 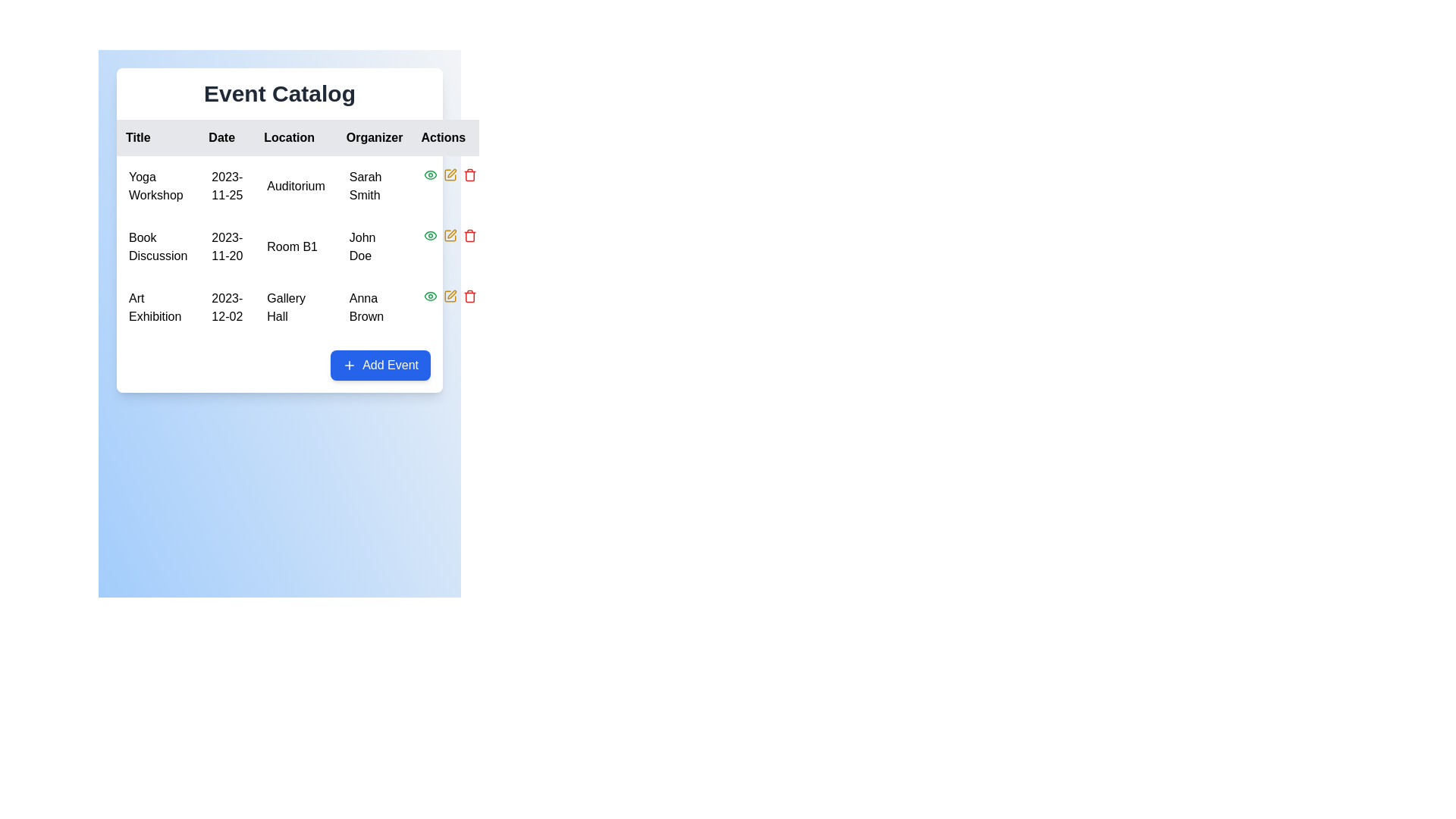 What do you see at coordinates (226, 137) in the screenshot?
I see `the Text label that serves as a column header for date-related information, located between 'Title' and 'Location' in the table headers` at bounding box center [226, 137].